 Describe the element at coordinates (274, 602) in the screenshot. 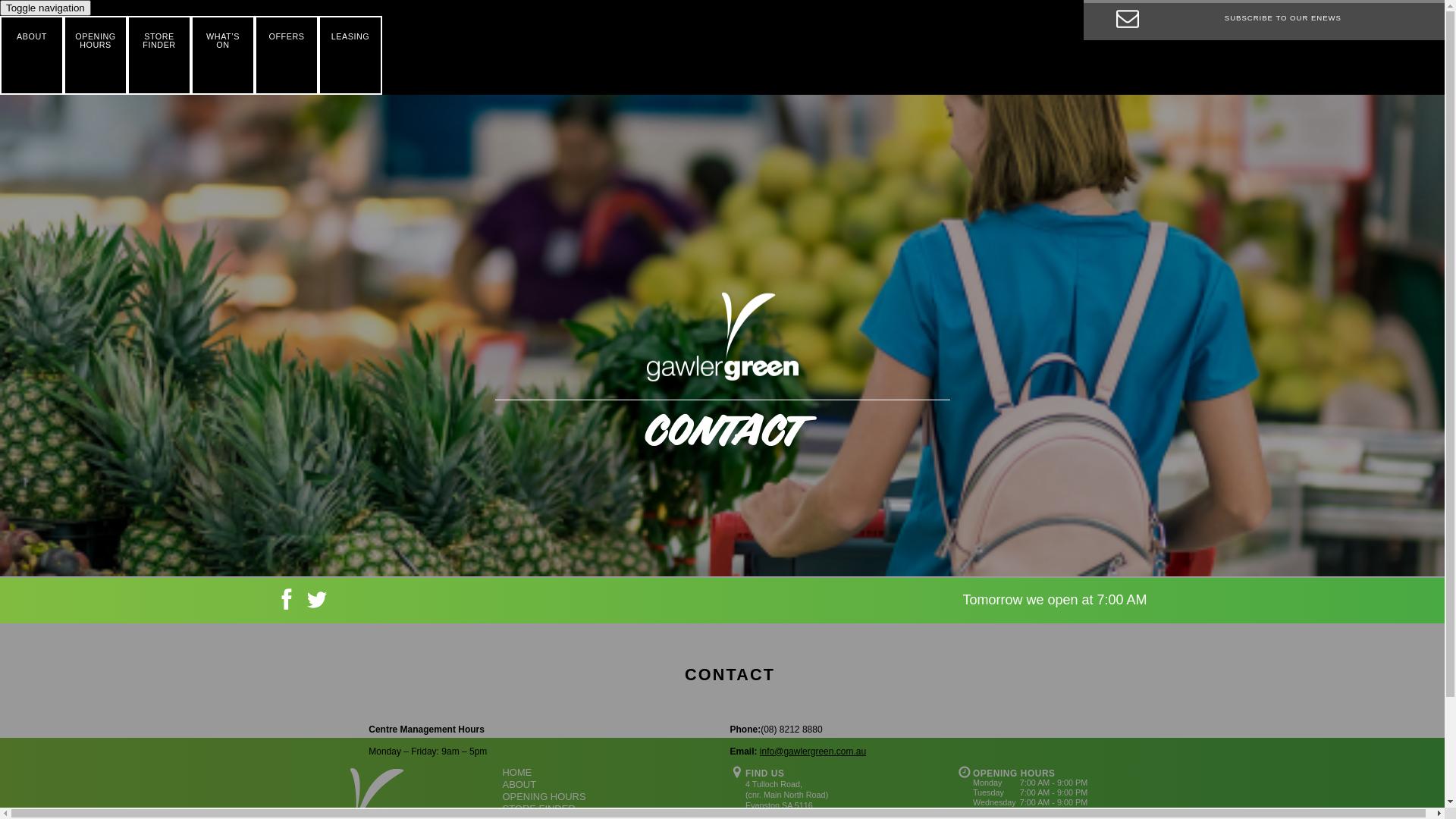

I see `'Facebook'` at that location.